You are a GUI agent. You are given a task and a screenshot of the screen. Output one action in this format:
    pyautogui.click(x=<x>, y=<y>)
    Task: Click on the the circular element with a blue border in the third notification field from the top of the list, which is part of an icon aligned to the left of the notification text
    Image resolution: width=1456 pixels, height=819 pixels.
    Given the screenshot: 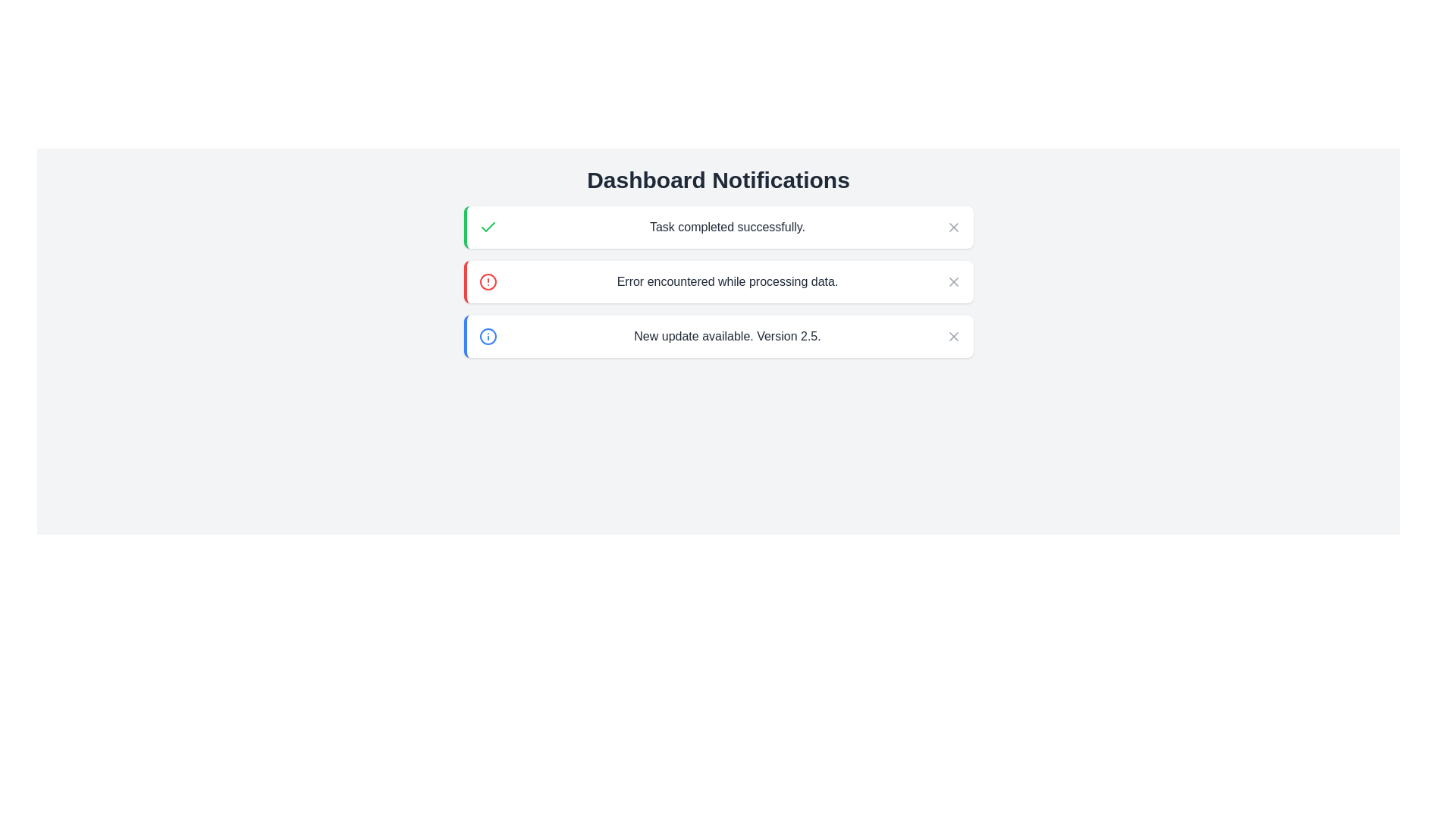 What is the action you would take?
    pyautogui.click(x=488, y=335)
    